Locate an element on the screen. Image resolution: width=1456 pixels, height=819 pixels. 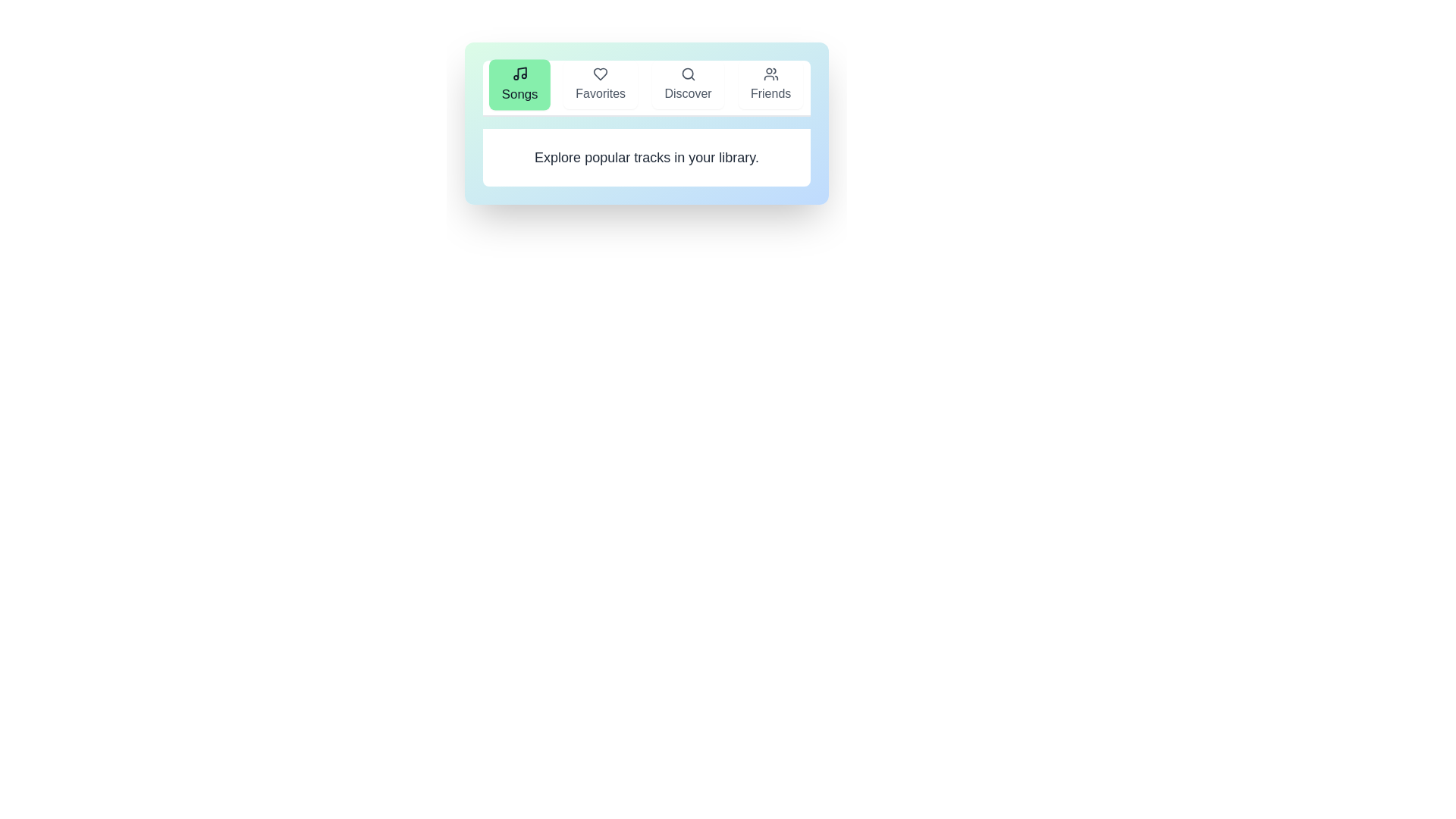
the Discover tab by clicking on it is located at coordinates (687, 84).